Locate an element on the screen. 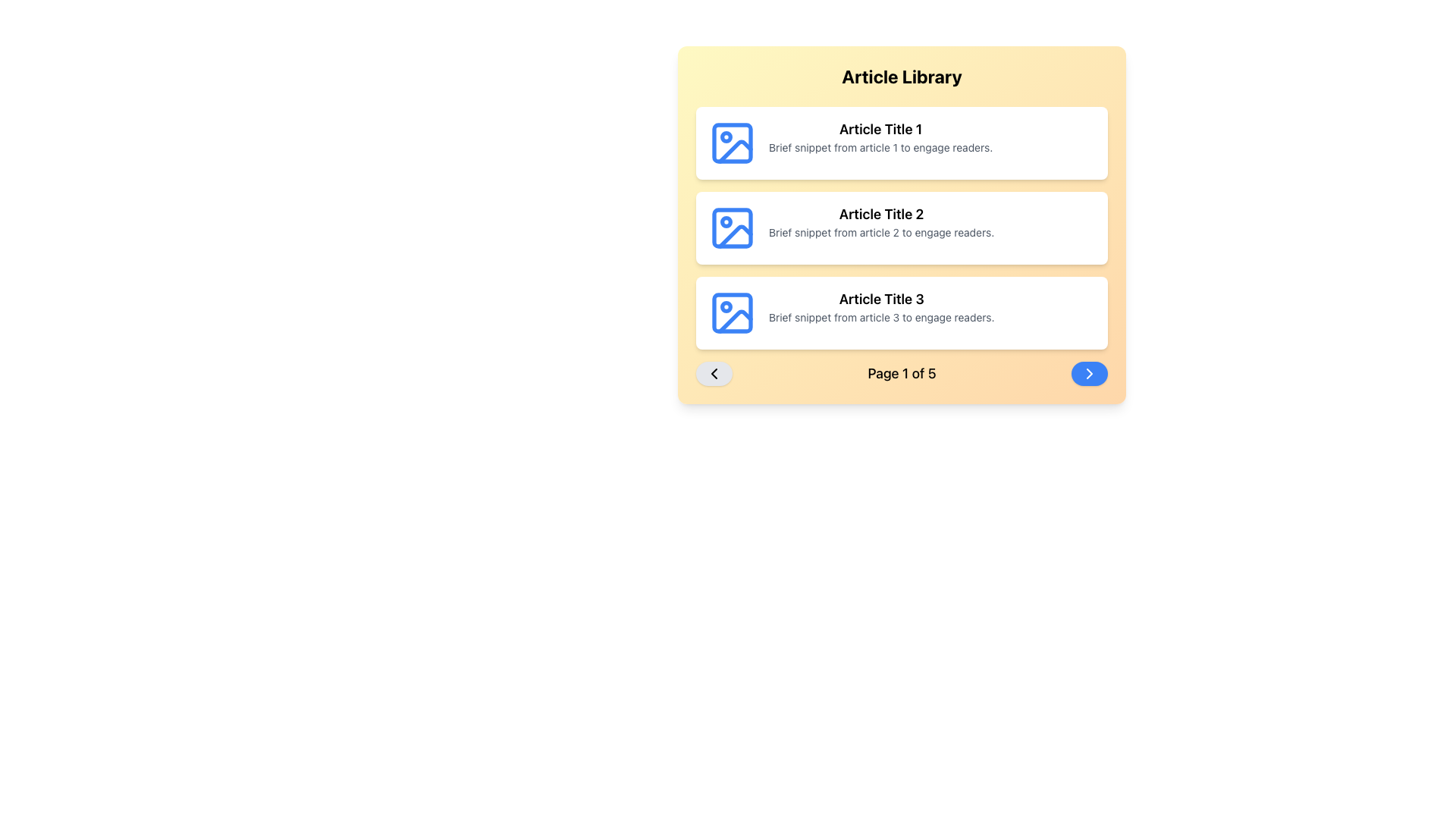  text label providing a summary for 'Article Title 3', located below the article title in the Article Library interface is located at coordinates (881, 317).